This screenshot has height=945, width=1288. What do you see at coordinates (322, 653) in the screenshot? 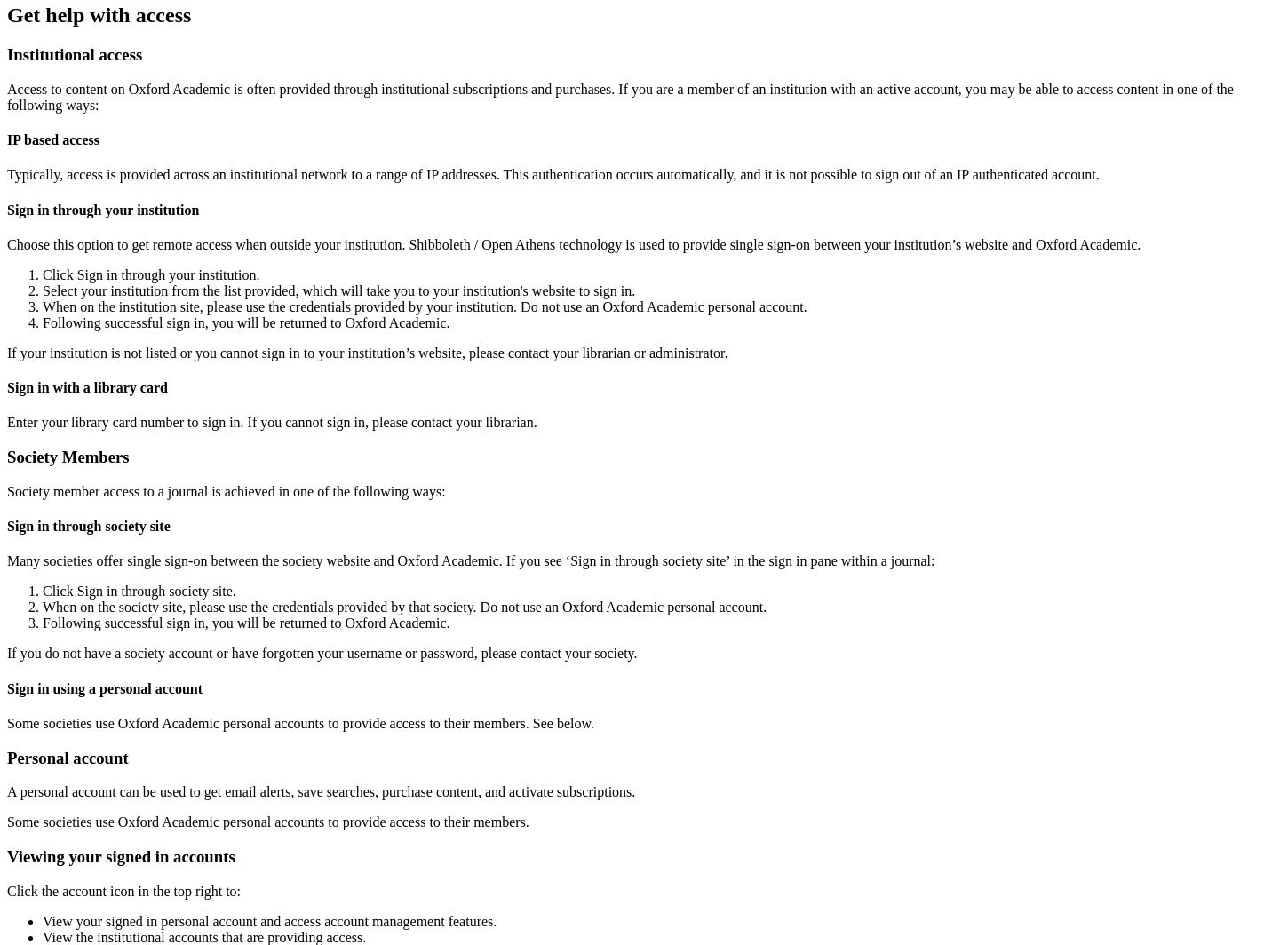
I see `'If you do not have a society account or have forgotten your username or password, please contact your society.'` at bounding box center [322, 653].